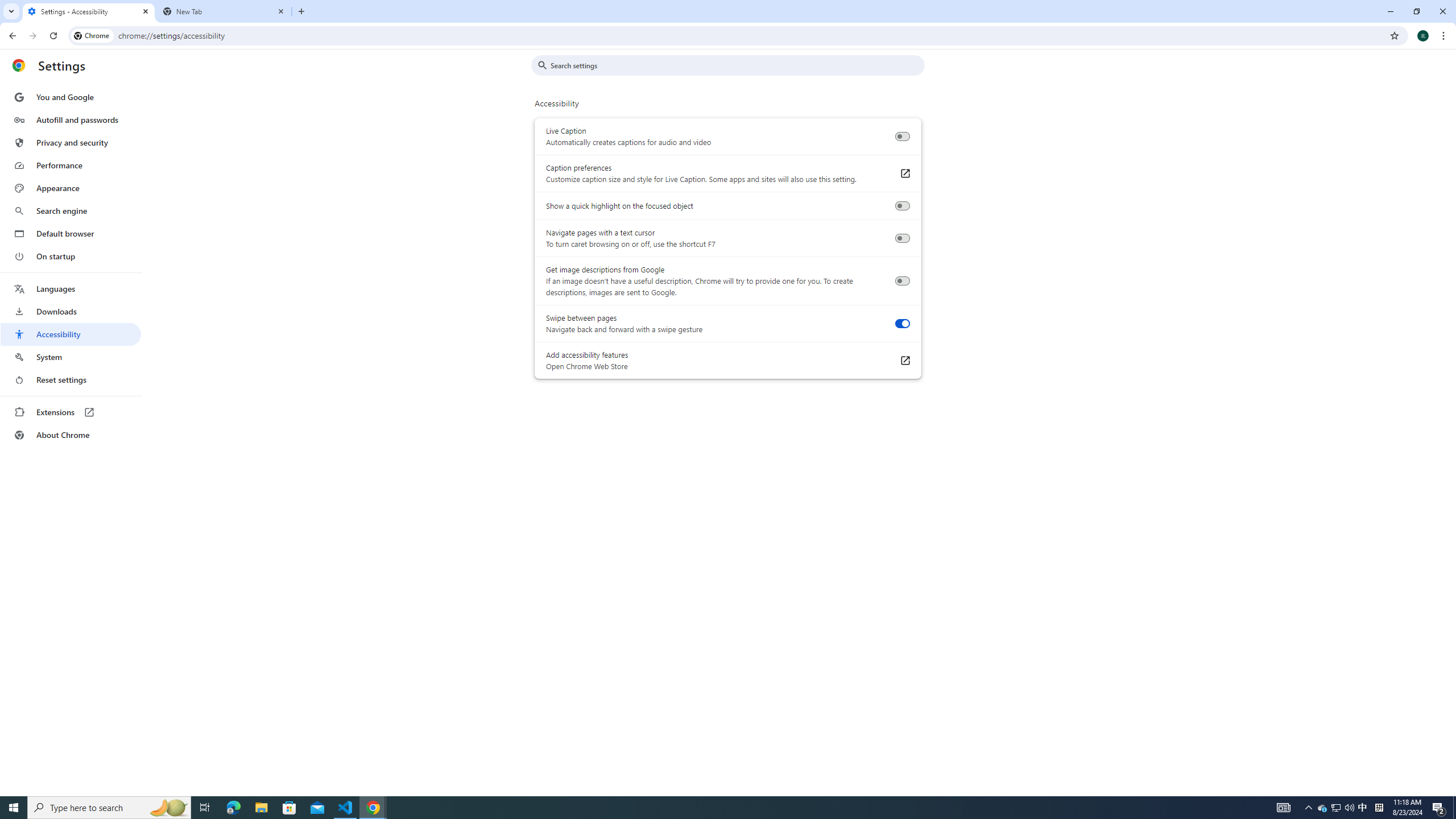  What do you see at coordinates (70, 233) in the screenshot?
I see `'Default browser'` at bounding box center [70, 233].